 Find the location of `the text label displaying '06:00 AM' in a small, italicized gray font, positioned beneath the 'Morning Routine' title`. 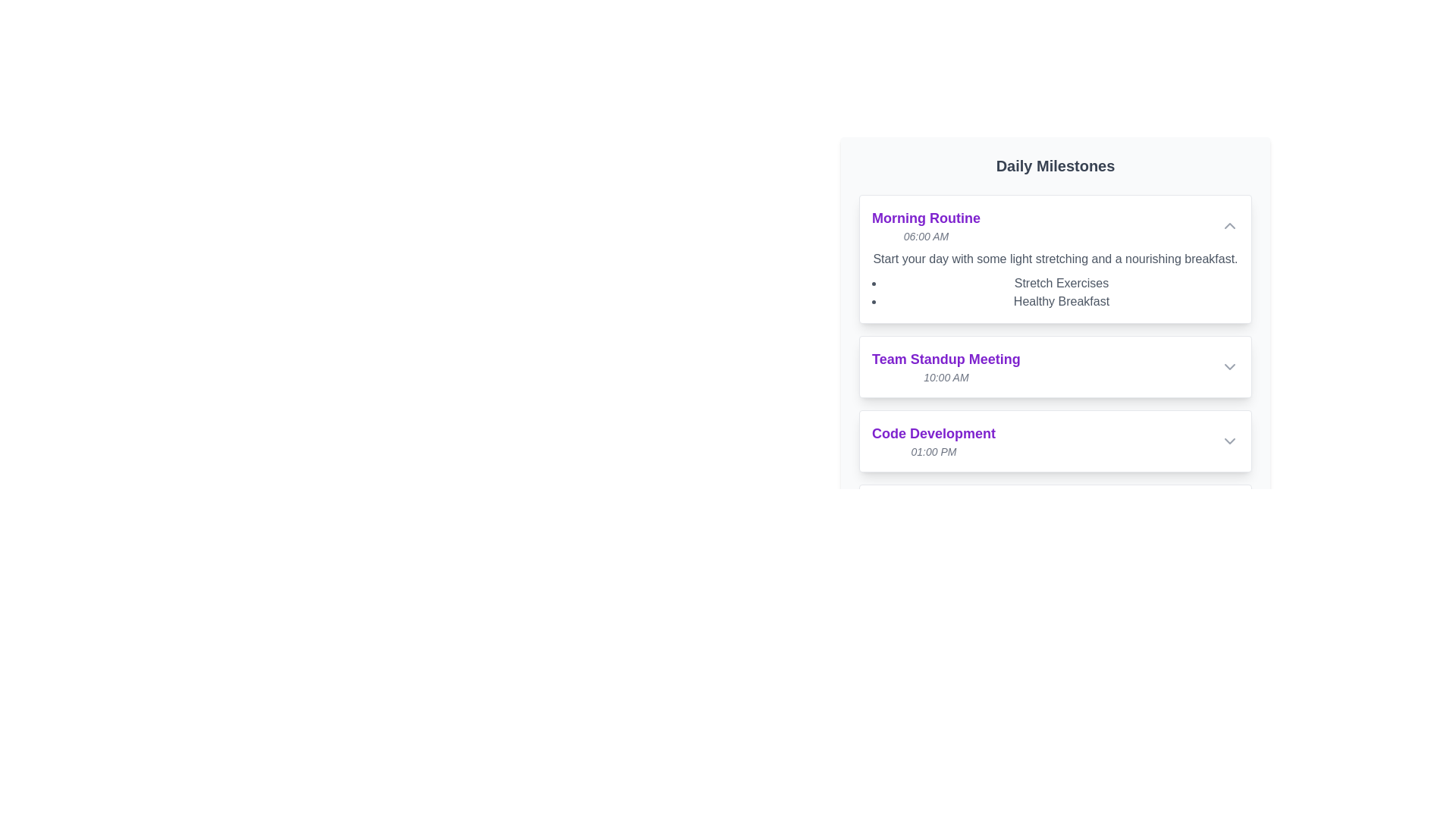

the text label displaying '06:00 AM' in a small, italicized gray font, positioned beneath the 'Morning Routine' title is located at coordinates (925, 237).